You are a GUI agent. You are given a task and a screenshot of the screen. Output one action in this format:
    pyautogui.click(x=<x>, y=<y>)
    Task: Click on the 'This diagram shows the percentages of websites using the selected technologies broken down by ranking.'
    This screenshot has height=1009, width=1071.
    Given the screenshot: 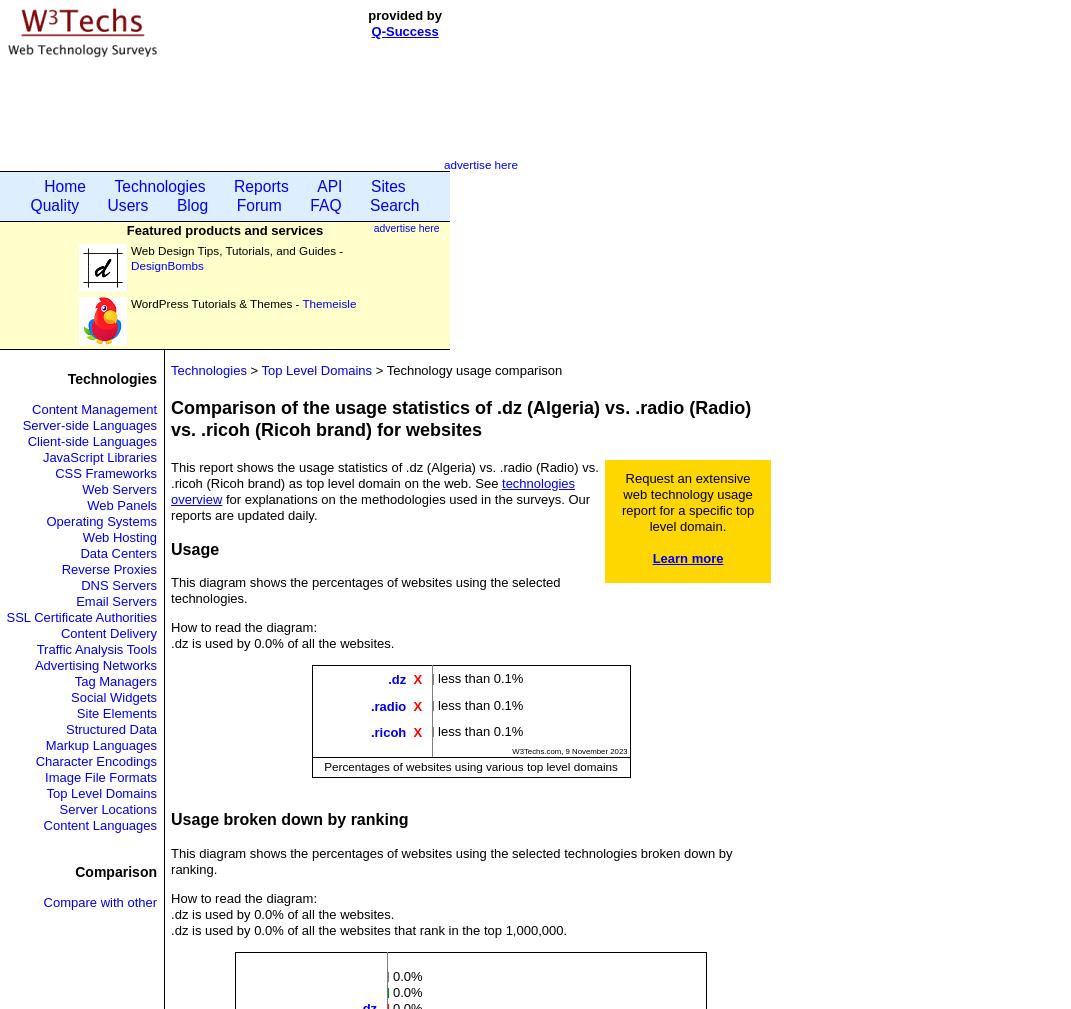 What is the action you would take?
    pyautogui.click(x=451, y=860)
    